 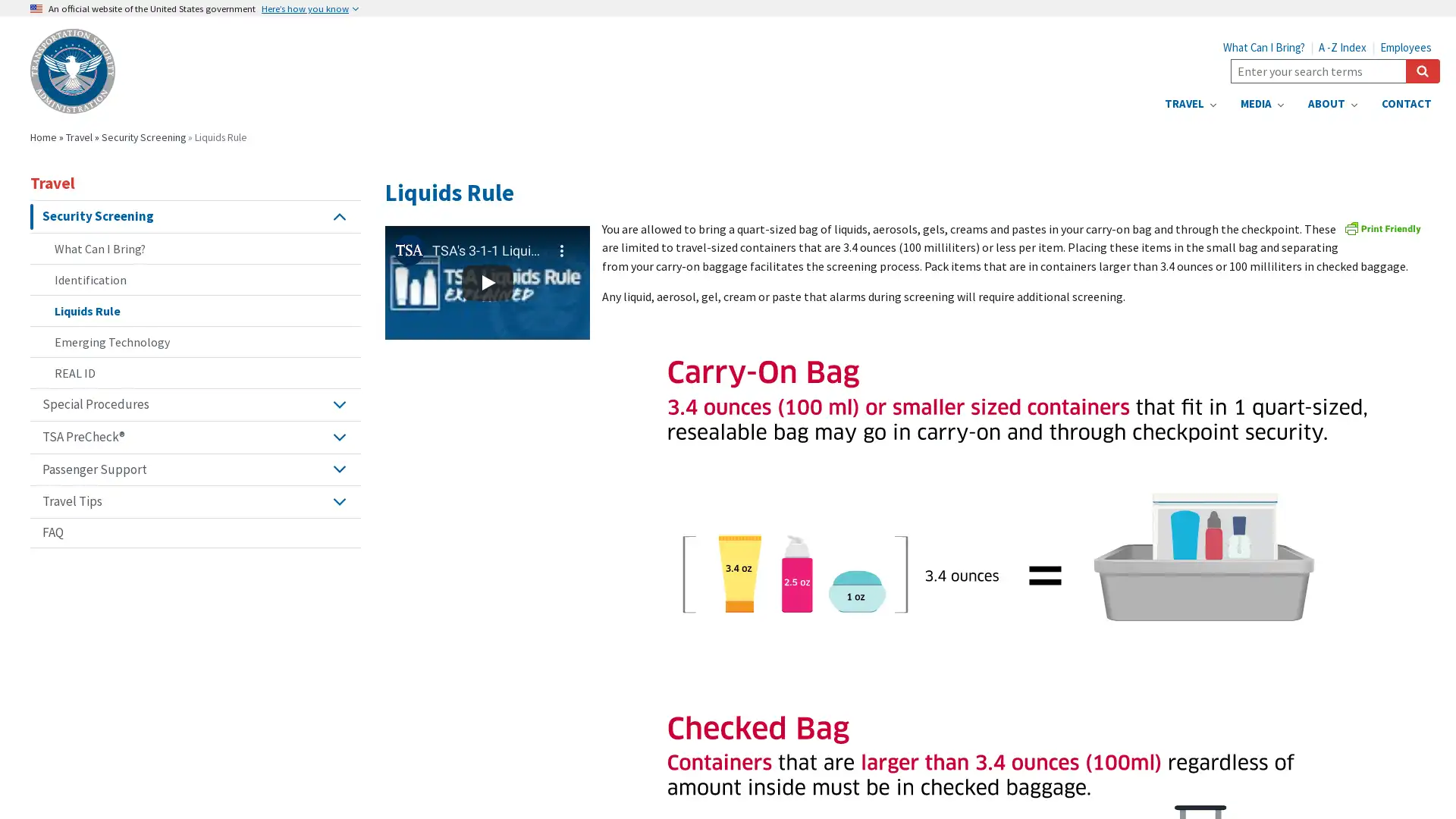 What do you see at coordinates (1422, 71) in the screenshot?
I see `Search` at bounding box center [1422, 71].